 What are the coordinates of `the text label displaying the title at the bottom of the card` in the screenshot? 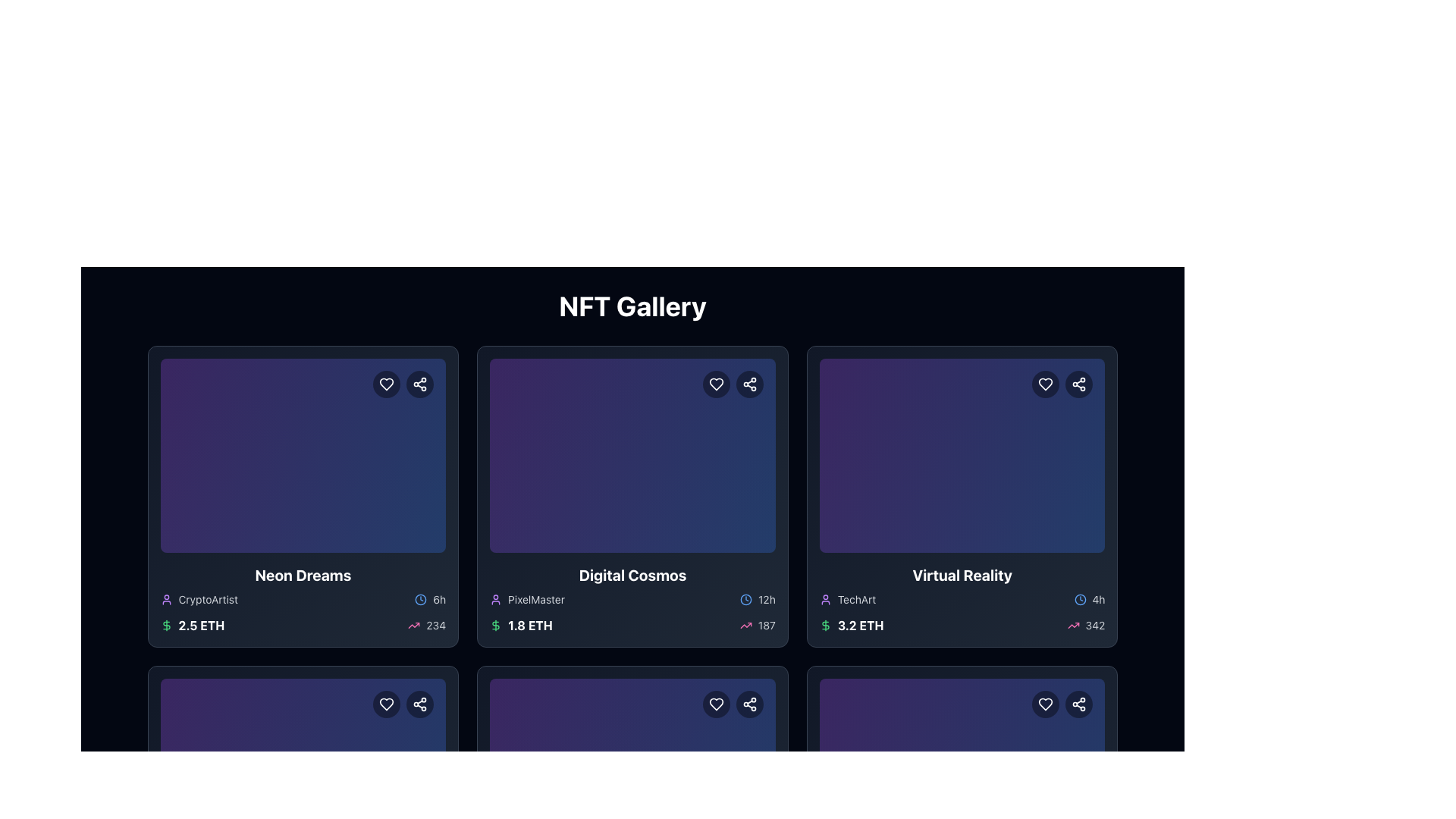 It's located at (303, 576).